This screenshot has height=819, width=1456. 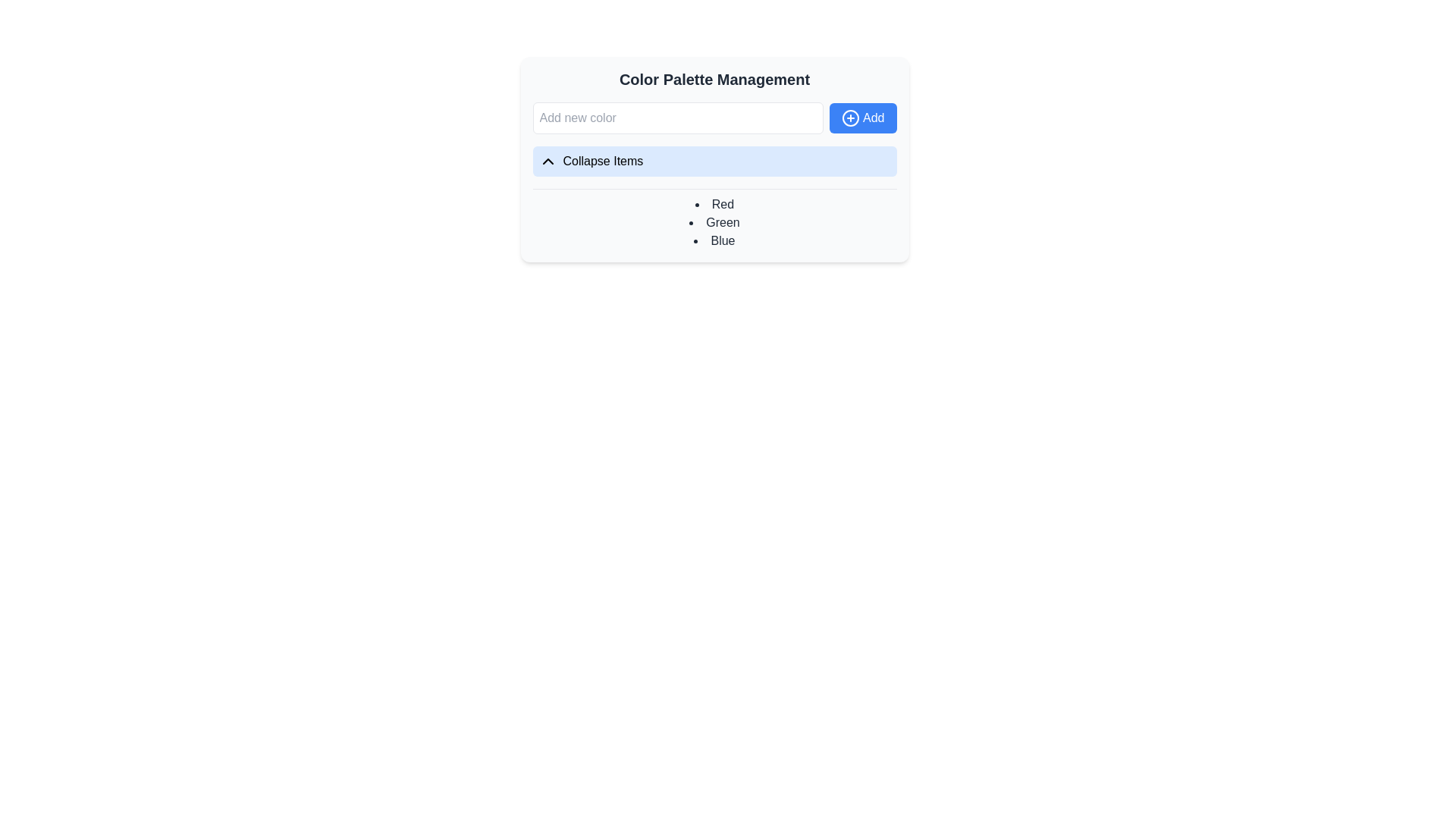 What do you see at coordinates (851, 117) in the screenshot?
I see `the circular icon with a plus symbol (+) in the center, which is part of the add button located to the right of the text input field in the 'Color Palette Management' section` at bounding box center [851, 117].